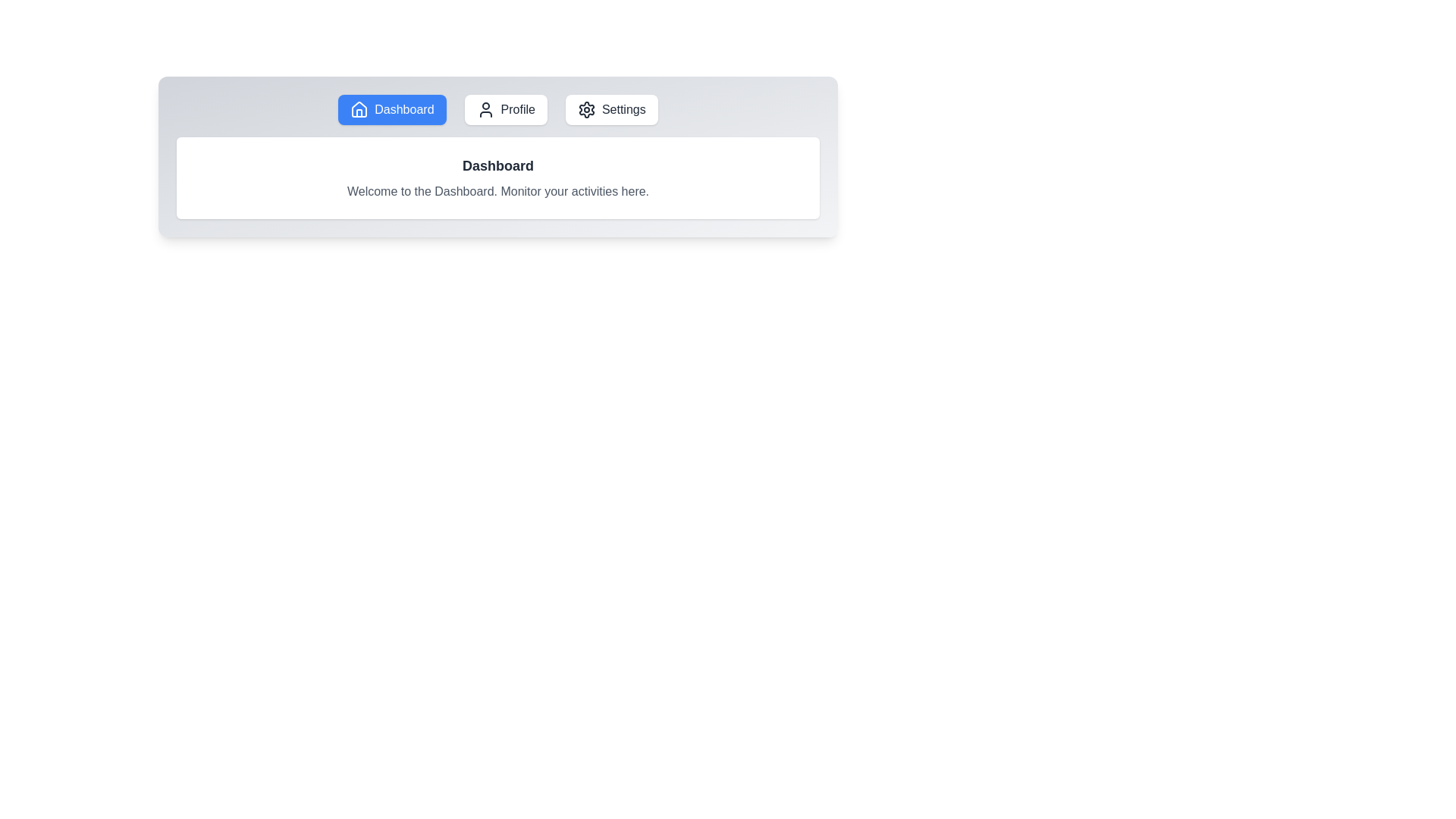 Image resolution: width=1456 pixels, height=819 pixels. Describe the element at coordinates (392, 109) in the screenshot. I see `the Dashboard tab by clicking on the corresponding button` at that location.